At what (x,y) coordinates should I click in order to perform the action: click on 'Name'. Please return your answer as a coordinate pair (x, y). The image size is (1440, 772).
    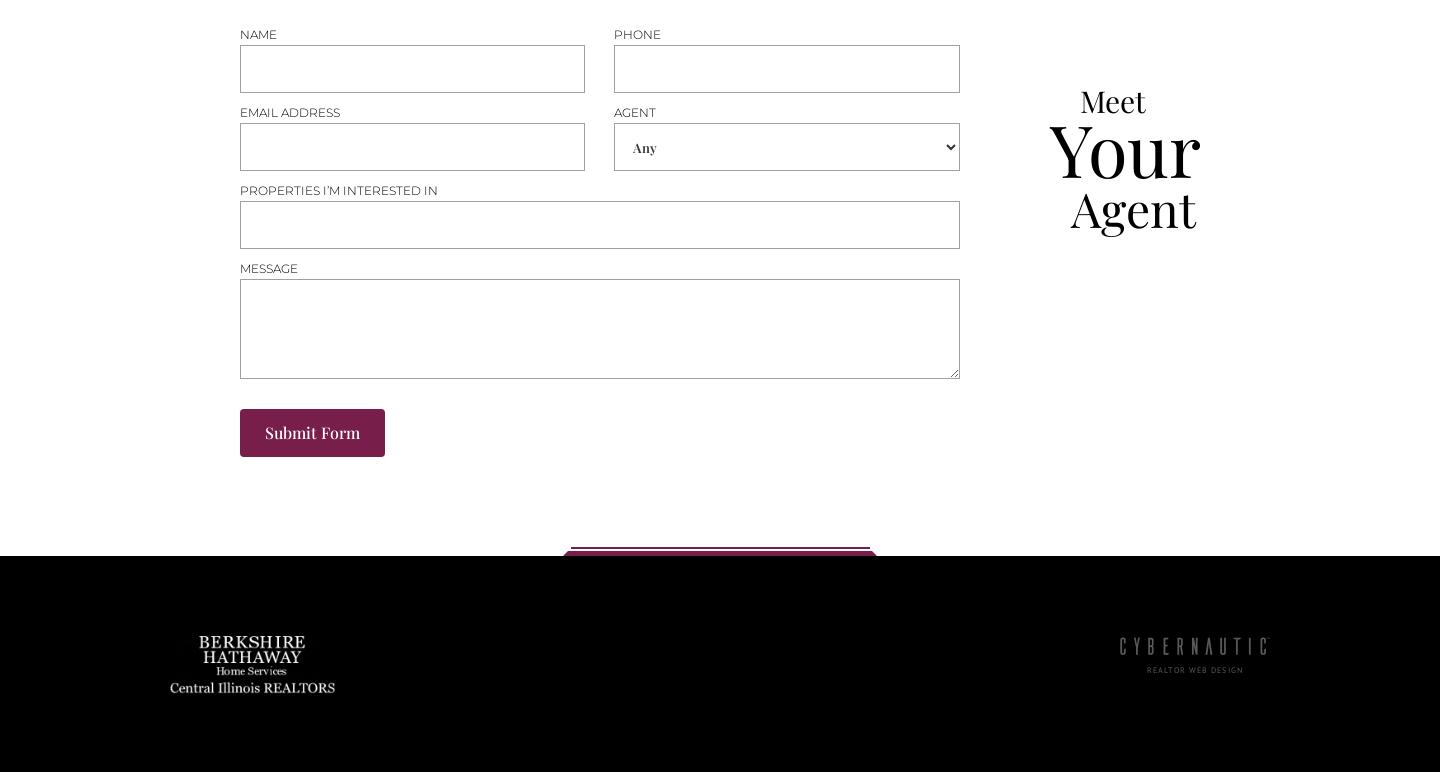
    Looking at the image, I should click on (256, 33).